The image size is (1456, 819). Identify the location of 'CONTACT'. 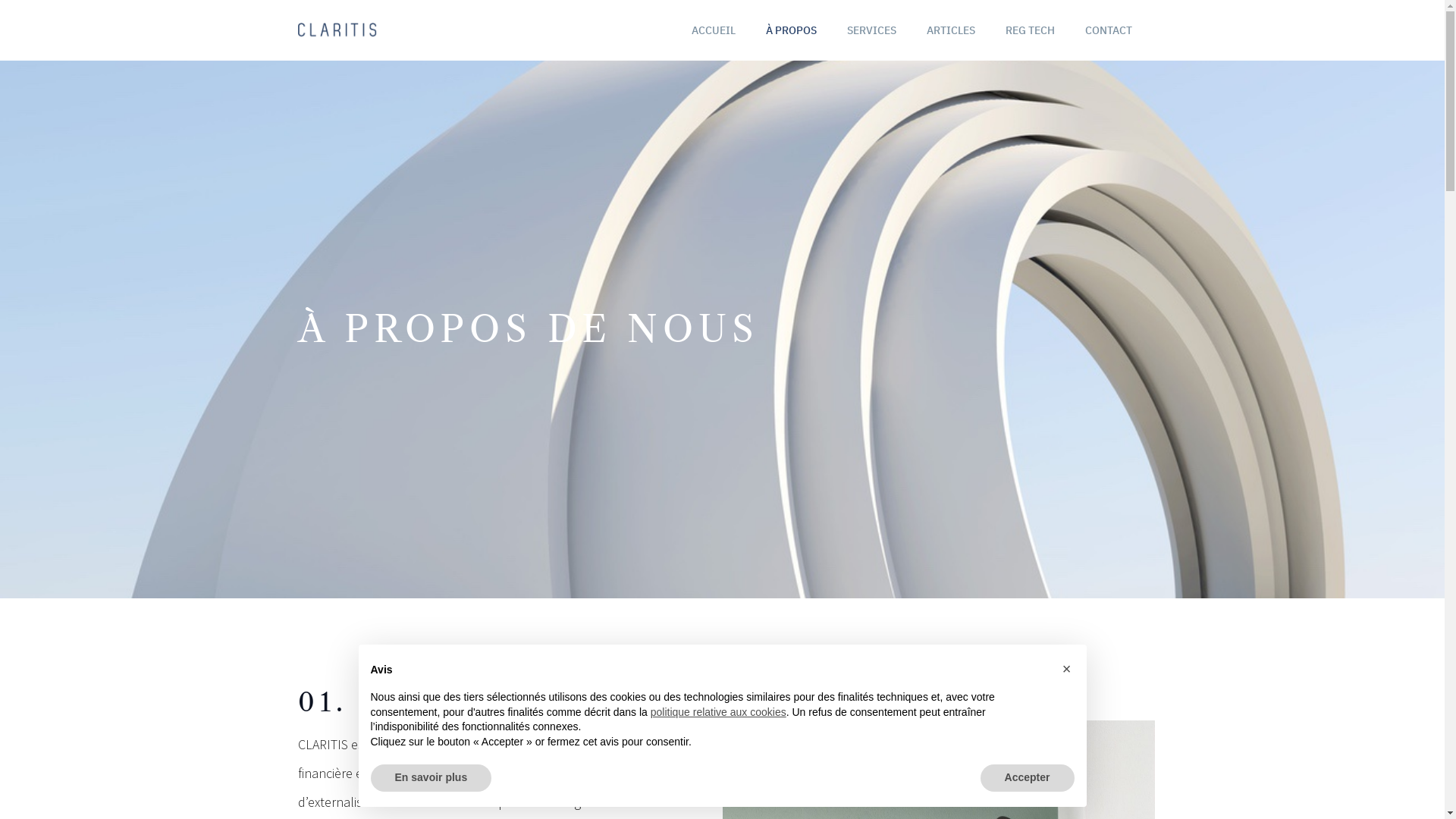
(1068, 30).